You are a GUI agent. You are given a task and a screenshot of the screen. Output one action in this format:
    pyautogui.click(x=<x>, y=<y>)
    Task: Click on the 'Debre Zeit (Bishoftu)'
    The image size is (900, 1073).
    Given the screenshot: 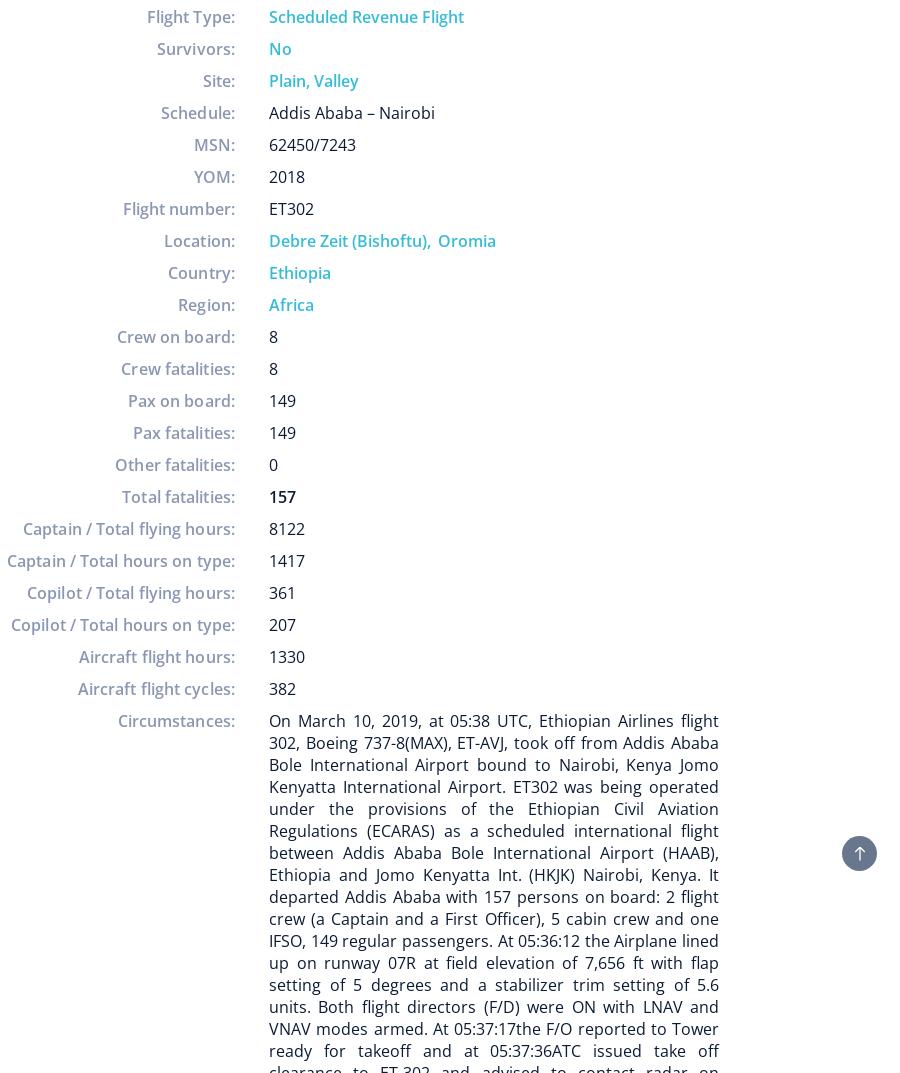 What is the action you would take?
    pyautogui.click(x=348, y=239)
    